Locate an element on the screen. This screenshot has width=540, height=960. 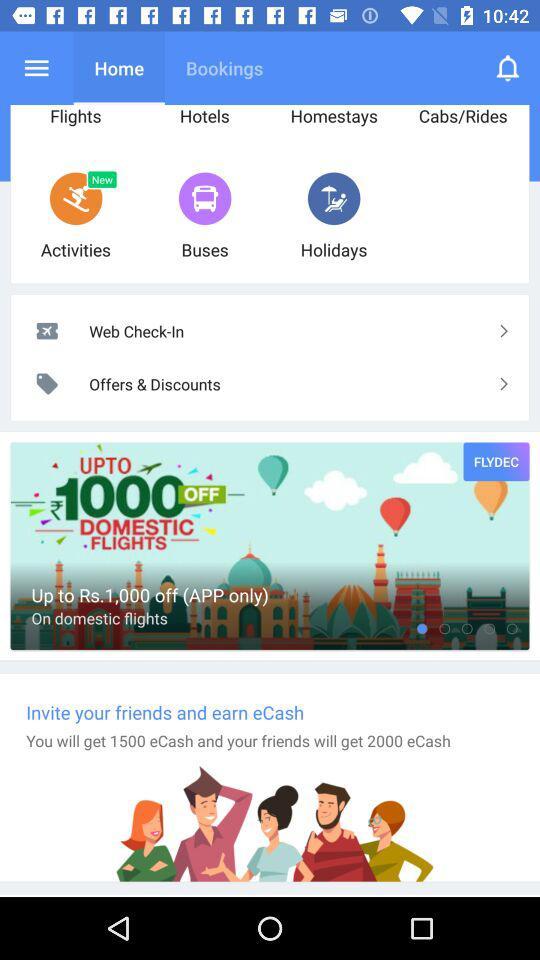
item next to the homestays icon is located at coordinates (508, 68).